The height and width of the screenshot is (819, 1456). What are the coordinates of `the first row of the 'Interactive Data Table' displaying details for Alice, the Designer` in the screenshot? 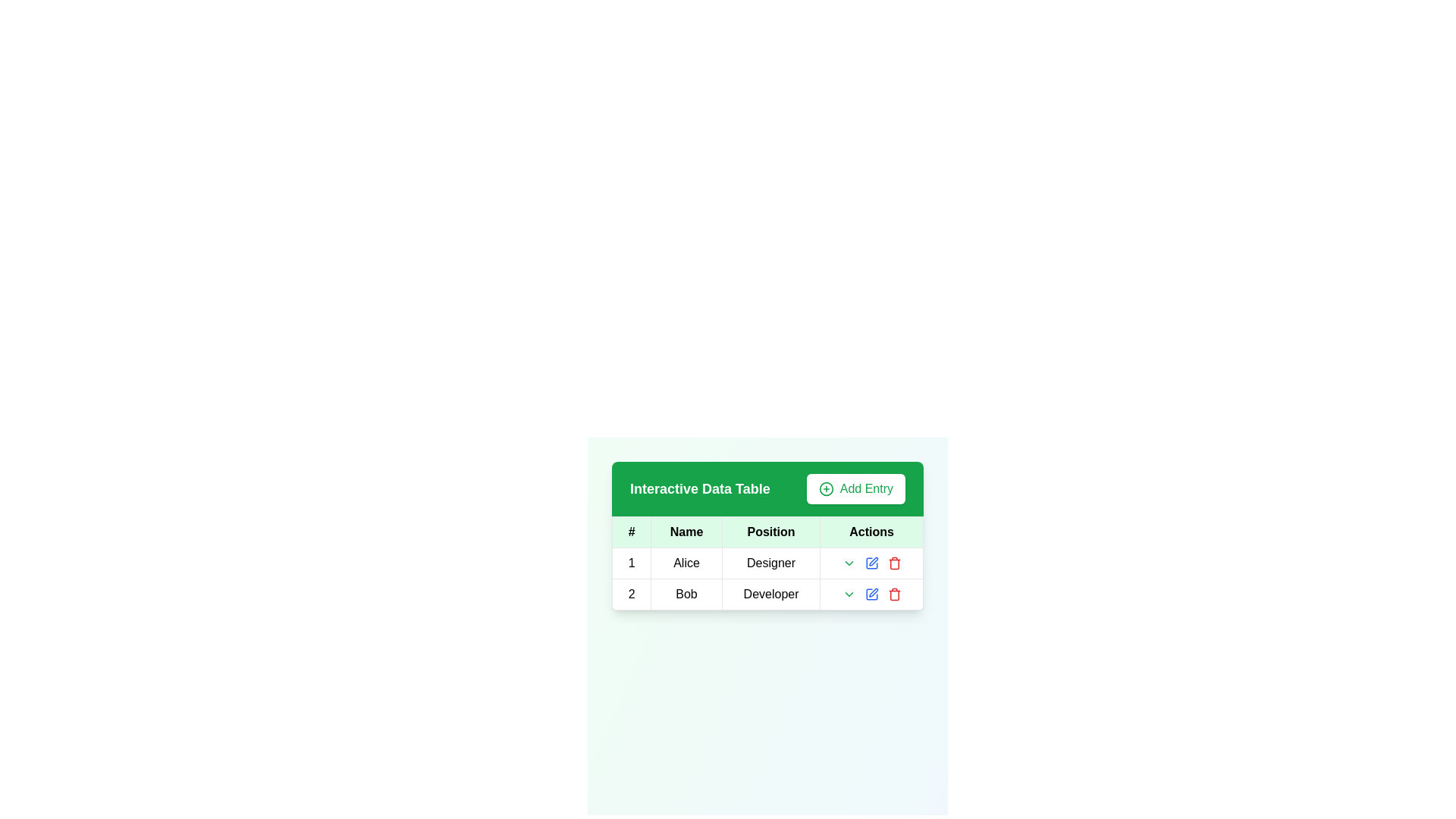 It's located at (767, 579).